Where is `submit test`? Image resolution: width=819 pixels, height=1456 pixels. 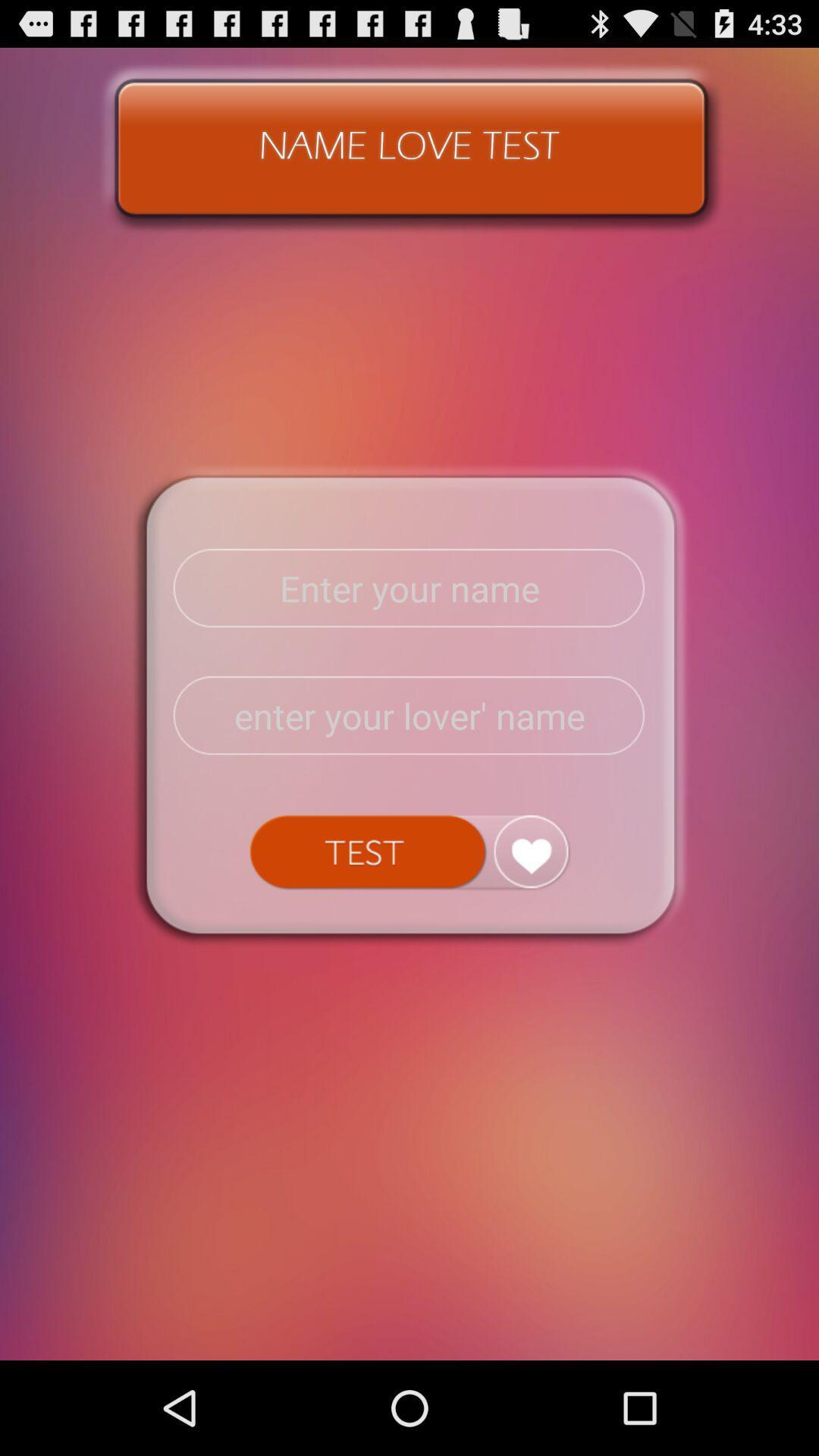 submit test is located at coordinates (408, 852).